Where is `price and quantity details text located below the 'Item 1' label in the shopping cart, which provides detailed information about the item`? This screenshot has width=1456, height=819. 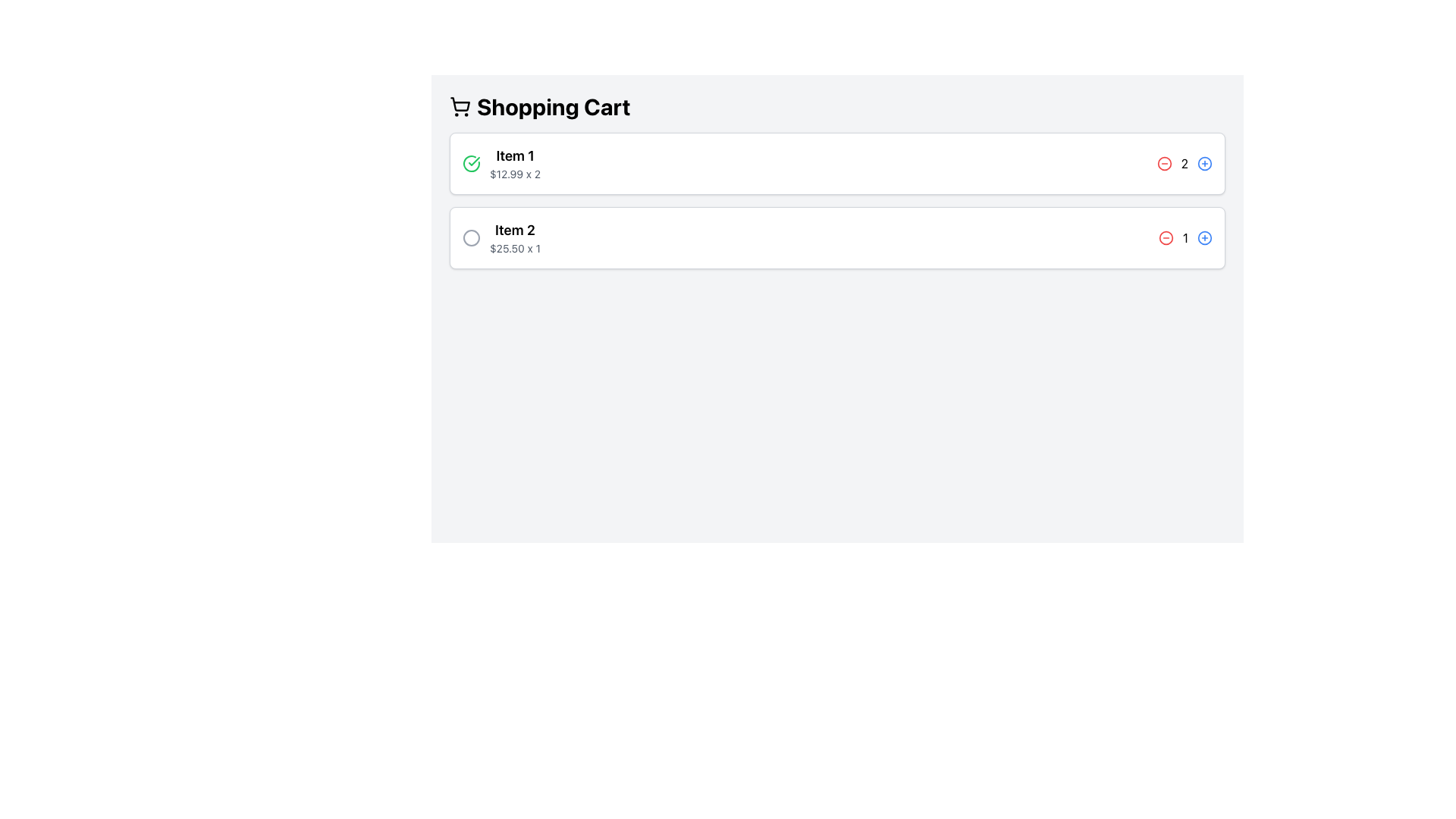 price and quantity details text located below the 'Item 1' label in the shopping cart, which provides detailed information about the item is located at coordinates (515, 174).